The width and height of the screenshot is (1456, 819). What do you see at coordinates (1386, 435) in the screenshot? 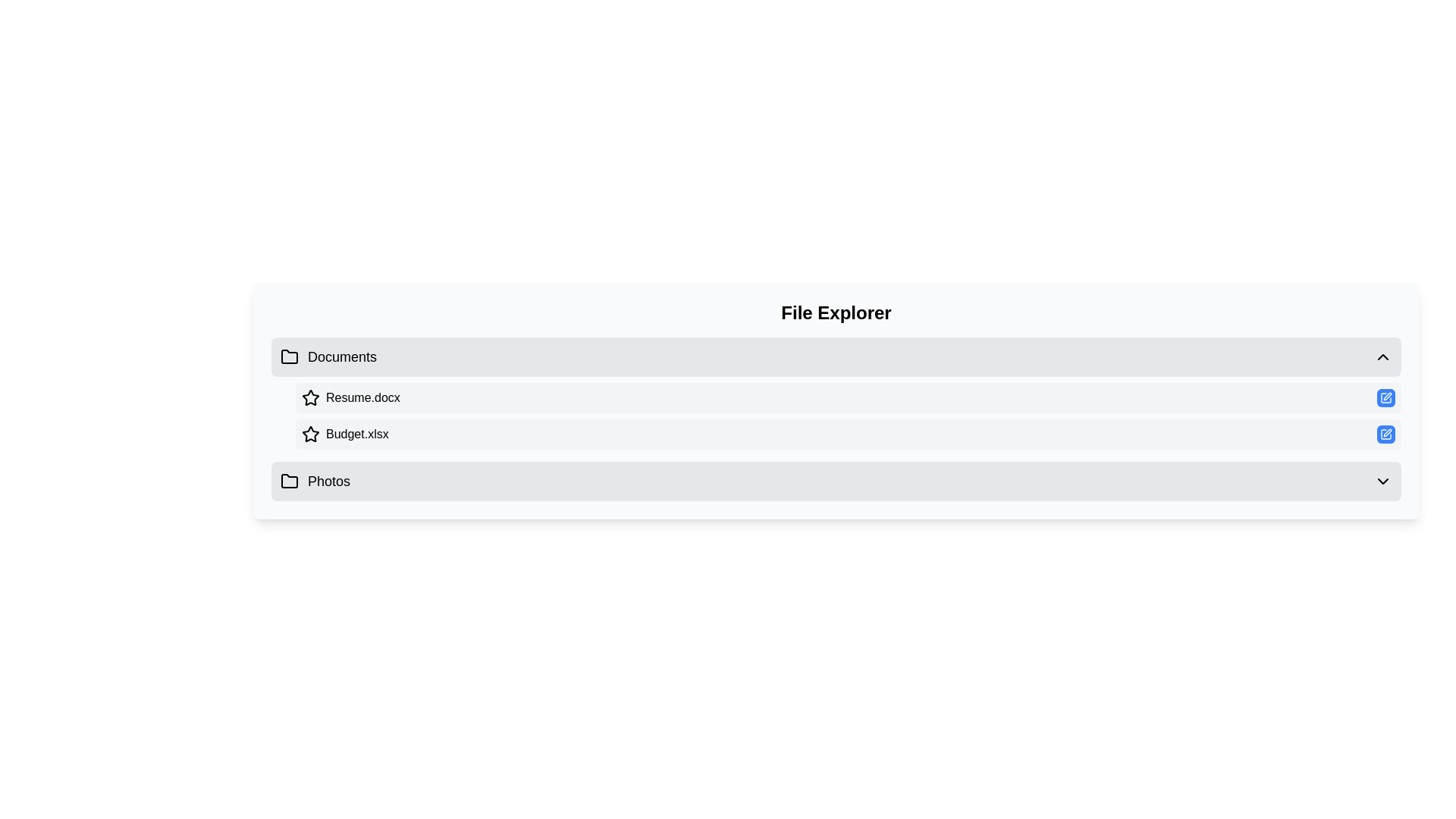
I see `the square icon button with a pen symbol inside, which has a blue background` at bounding box center [1386, 435].